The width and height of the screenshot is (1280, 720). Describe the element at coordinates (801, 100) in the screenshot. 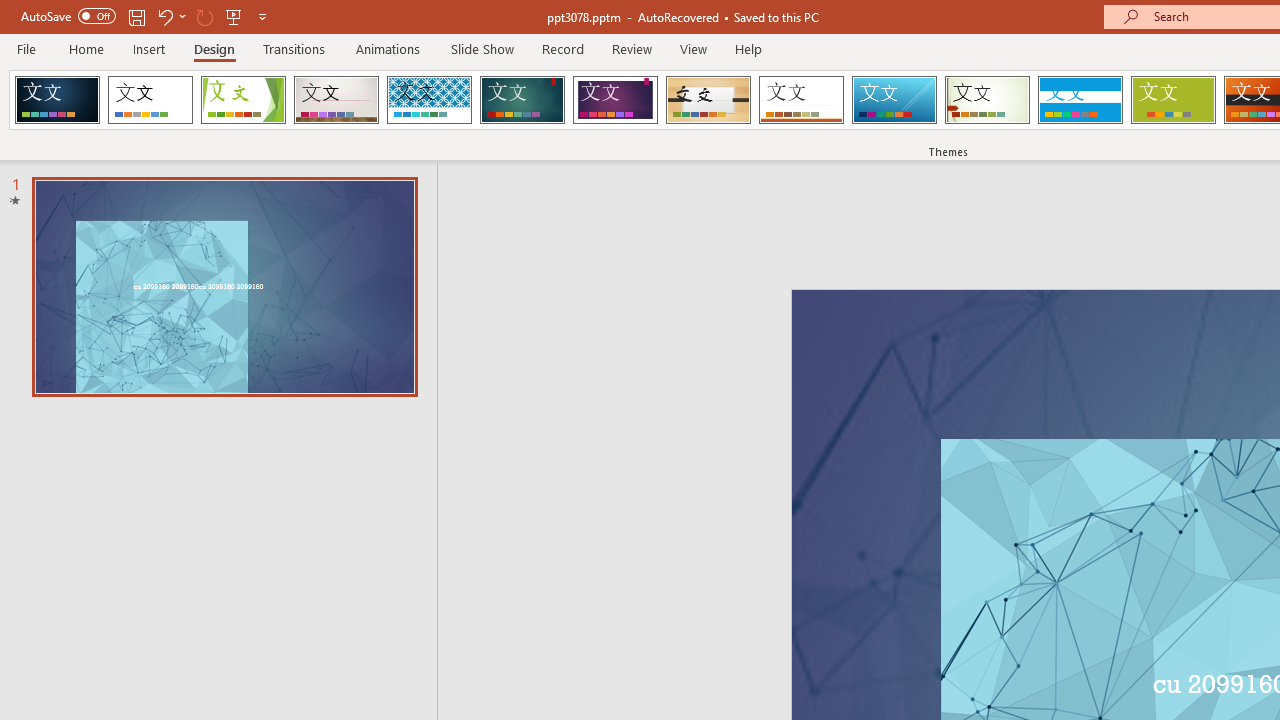

I see `'Retrospect'` at that location.